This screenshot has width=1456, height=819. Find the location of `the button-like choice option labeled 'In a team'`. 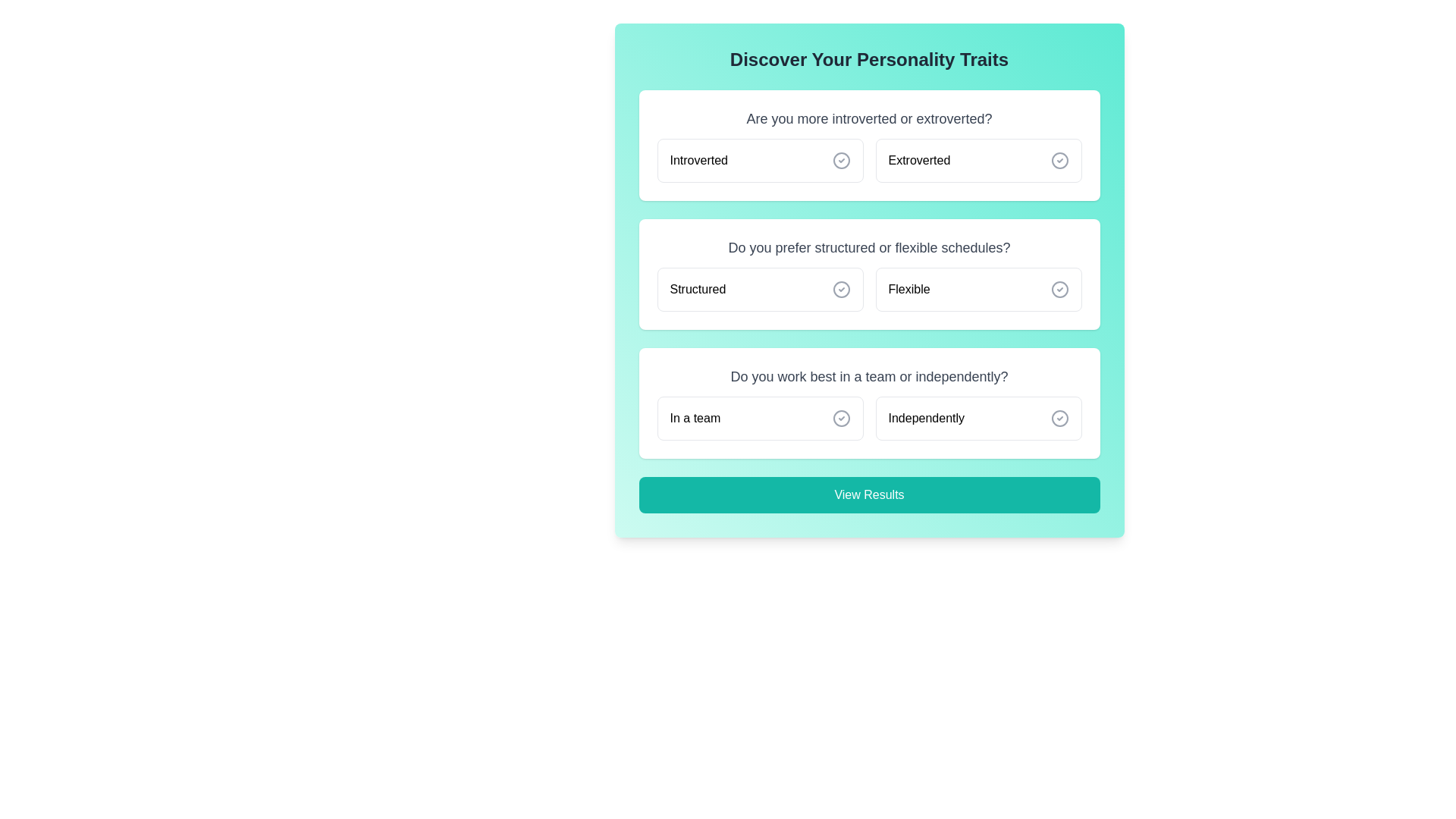

the button-like choice option labeled 'In a team' is located at coordinates (760, 418).